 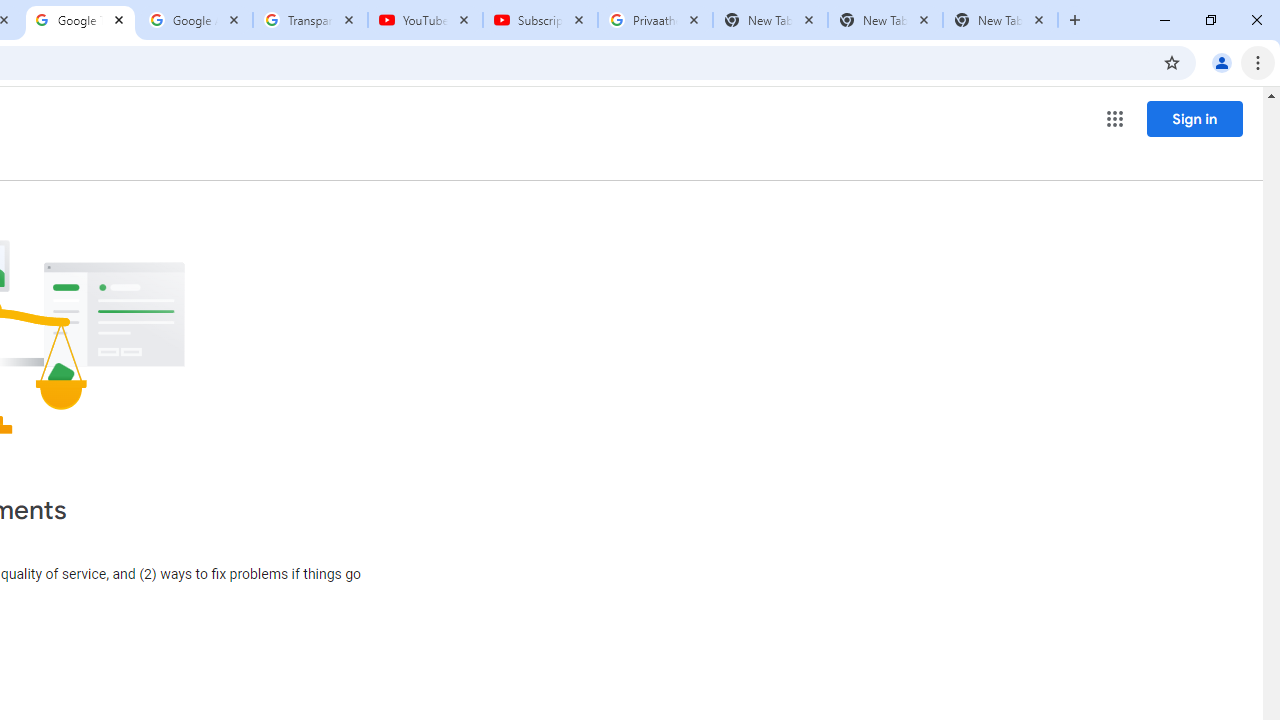 I want to click on 'New Tab', so click(x=1000, y=20).